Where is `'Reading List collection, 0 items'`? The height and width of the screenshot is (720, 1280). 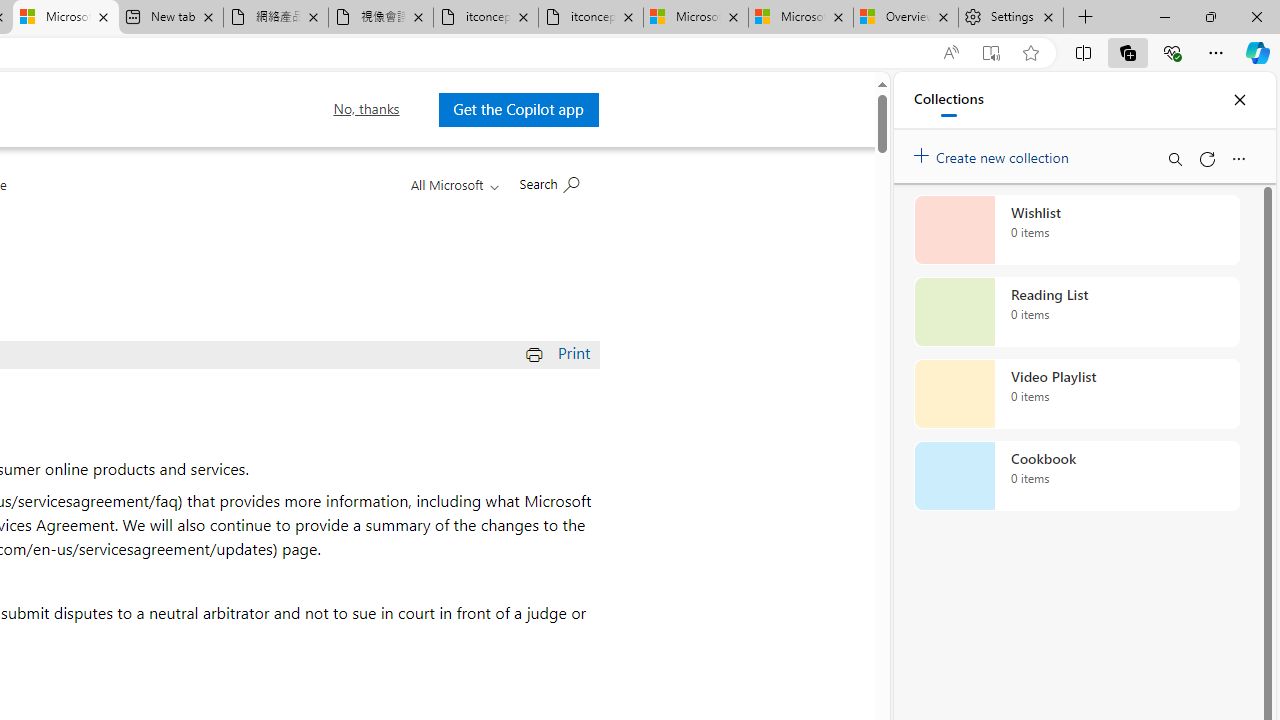 'Reading List collection, 0 items' is located at coordinates (1076, 312).